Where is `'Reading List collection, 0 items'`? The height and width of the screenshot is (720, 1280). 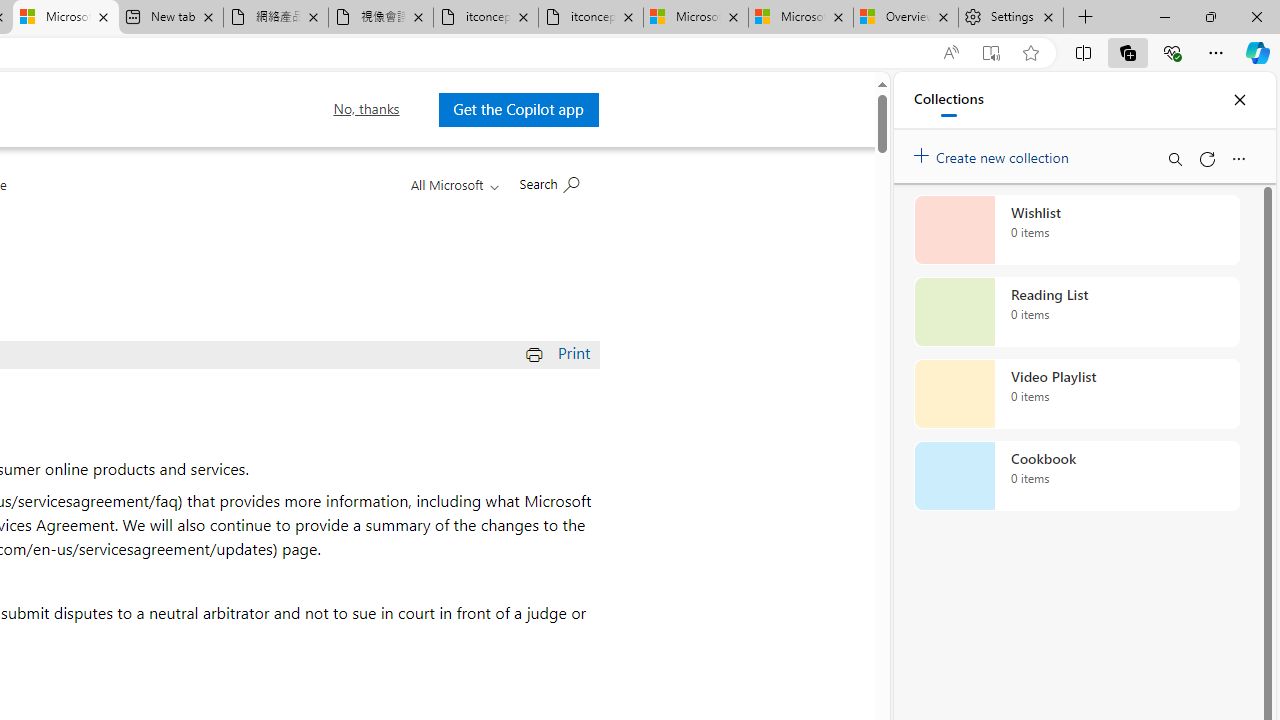 'Reading List collection, 0 items' is located at coordinates (1076, 312).